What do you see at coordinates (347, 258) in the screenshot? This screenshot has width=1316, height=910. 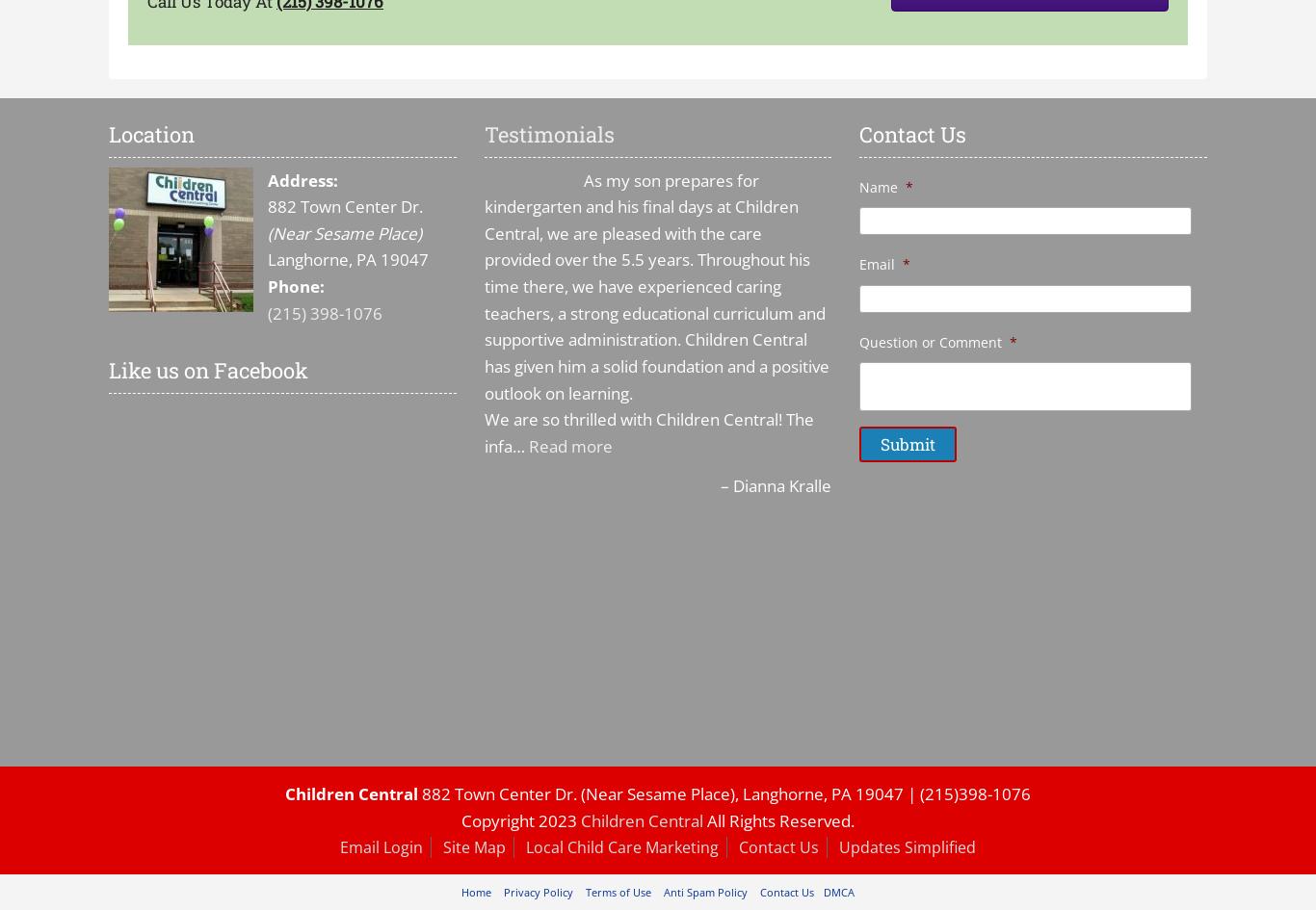 I see `'Langhorne, PA 19047'` at bounding box center [347, 258].